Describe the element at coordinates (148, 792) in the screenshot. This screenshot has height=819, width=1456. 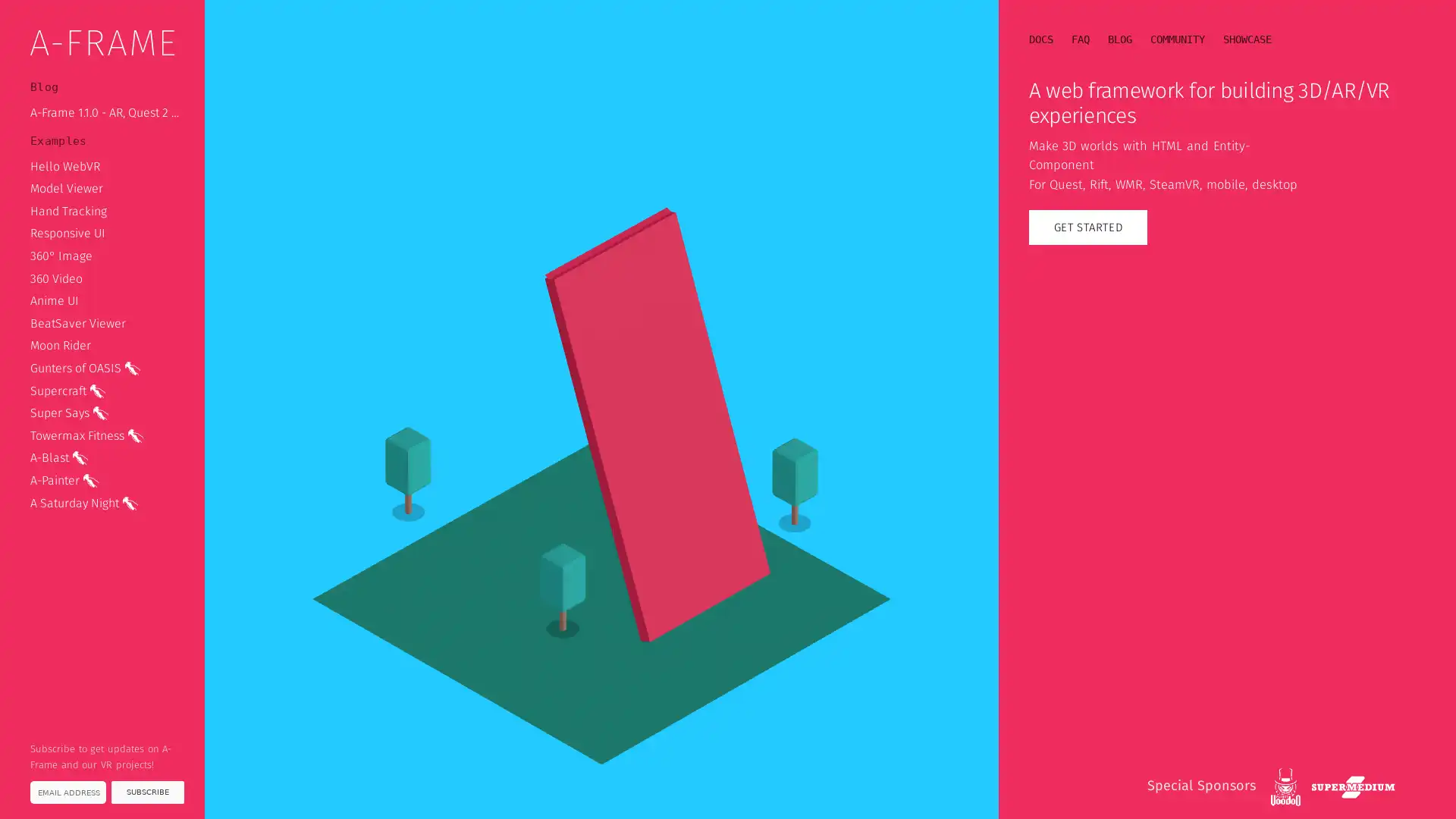
I see `SUBSCRIBE` at that location.